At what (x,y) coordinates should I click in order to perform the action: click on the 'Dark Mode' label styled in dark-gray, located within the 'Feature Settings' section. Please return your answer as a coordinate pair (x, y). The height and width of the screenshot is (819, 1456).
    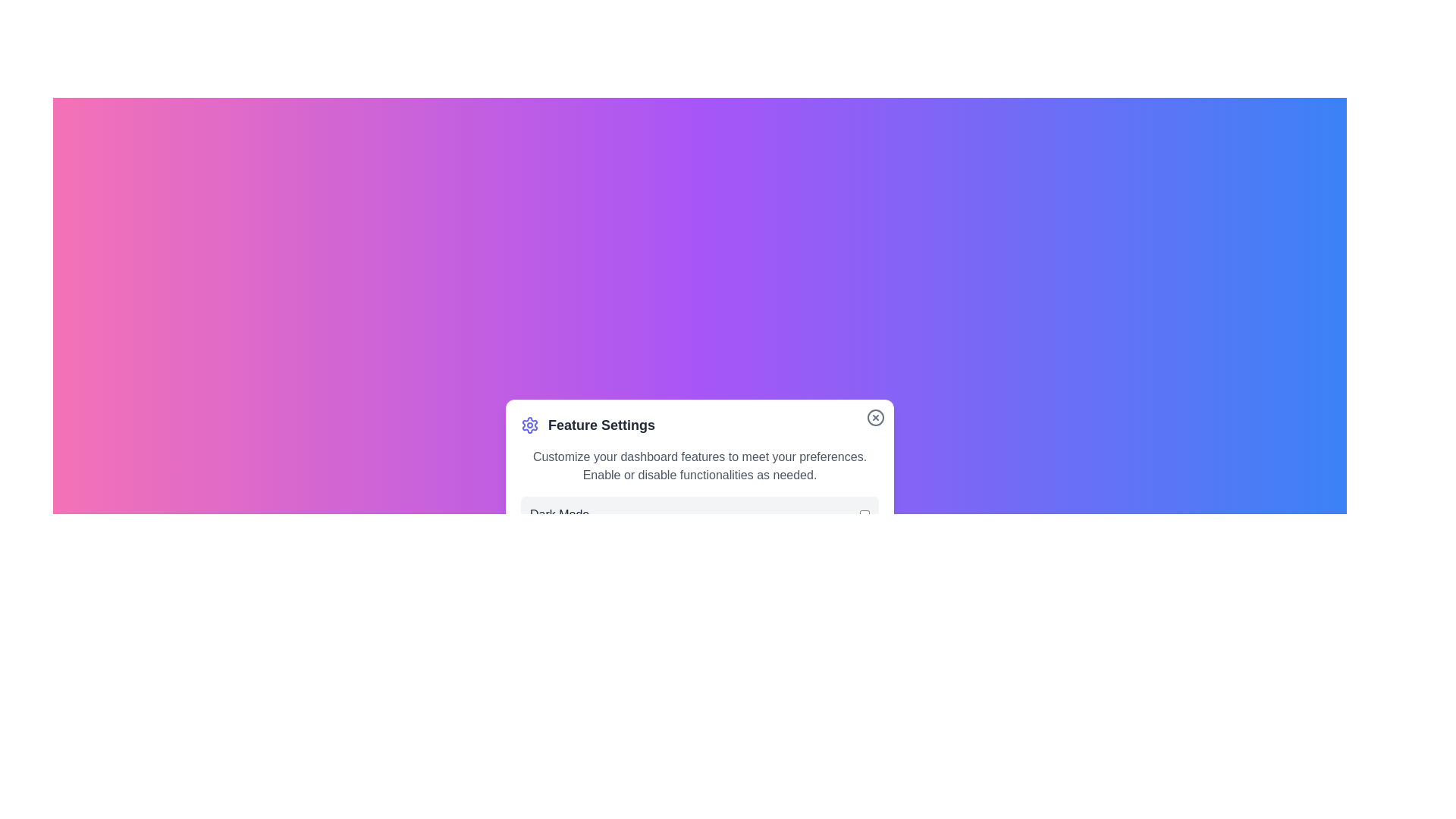
    Looking at the image, I should click on (559, 513).